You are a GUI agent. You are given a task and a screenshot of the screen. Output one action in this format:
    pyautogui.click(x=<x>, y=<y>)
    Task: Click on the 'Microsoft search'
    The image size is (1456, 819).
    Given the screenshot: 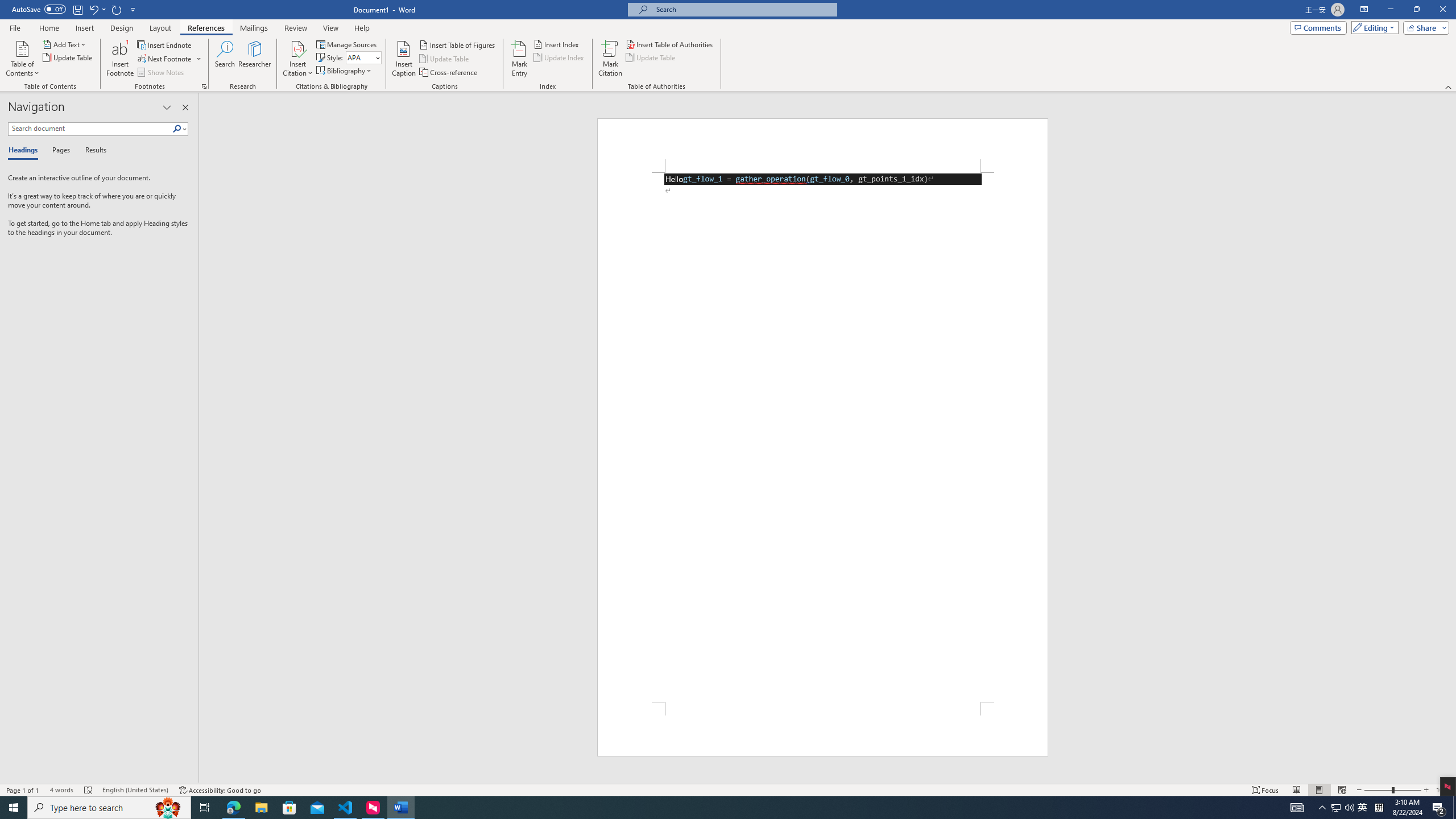 What is the action you would take?
    pyautogui.click(x=742, y=9)
    